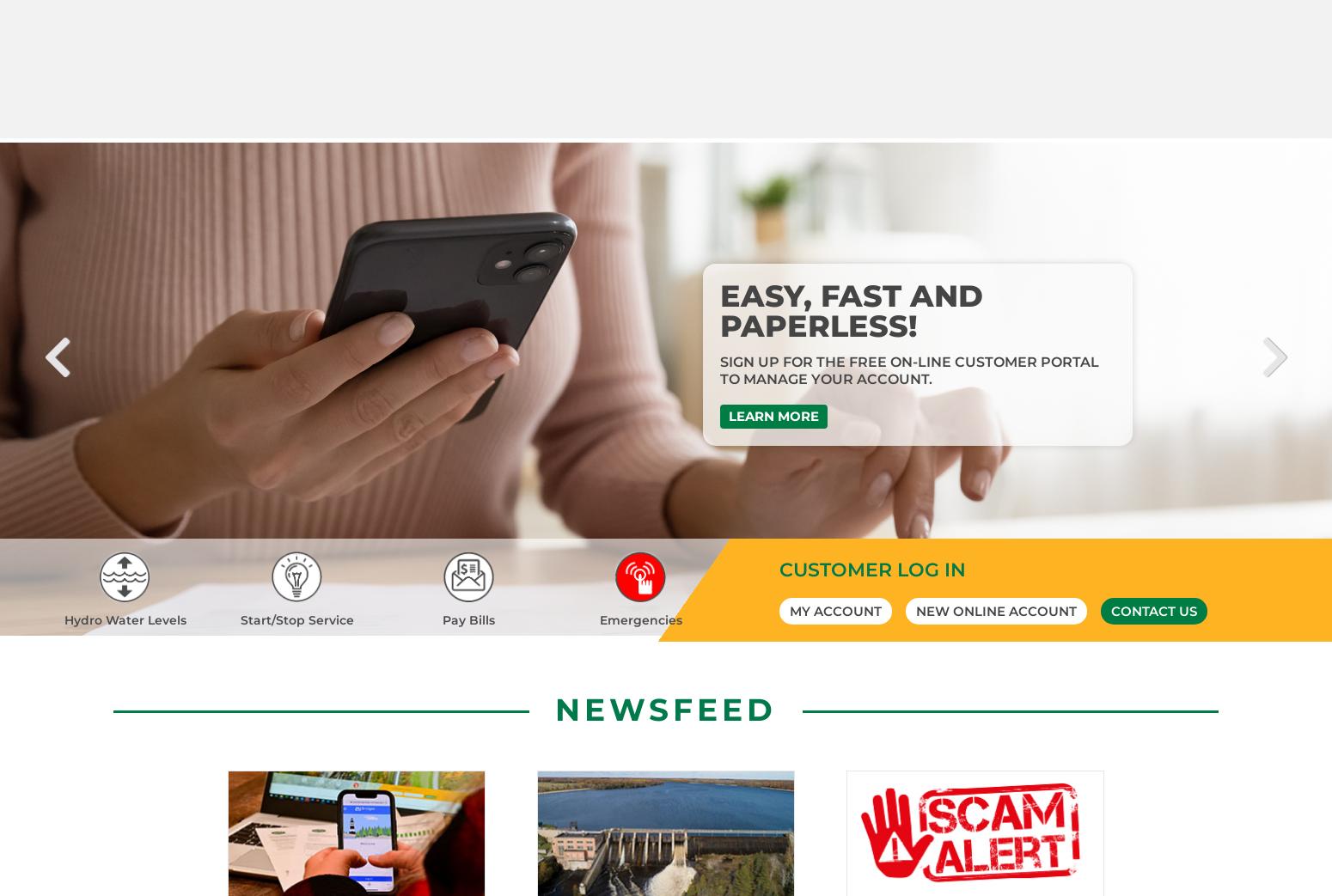  What do you see at coordinates (666, 571) in the screenshot?
I see `'Customer Data Privacy Information'` at bounding box center [666, 571].